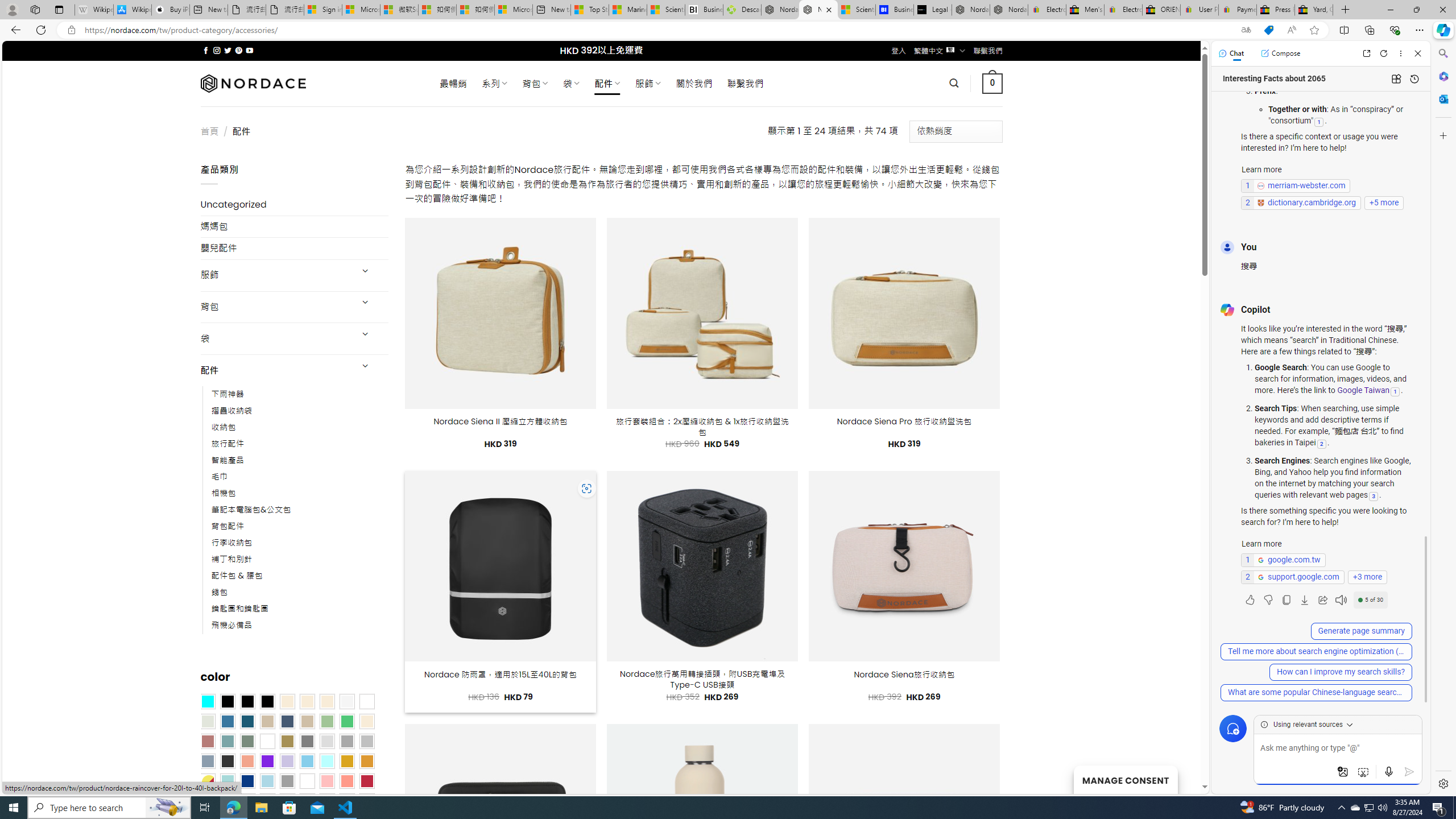 Image resolution: width=1456 pixels, height=819 pixels. I want to click on 'Side bar', so click(1443, 418).